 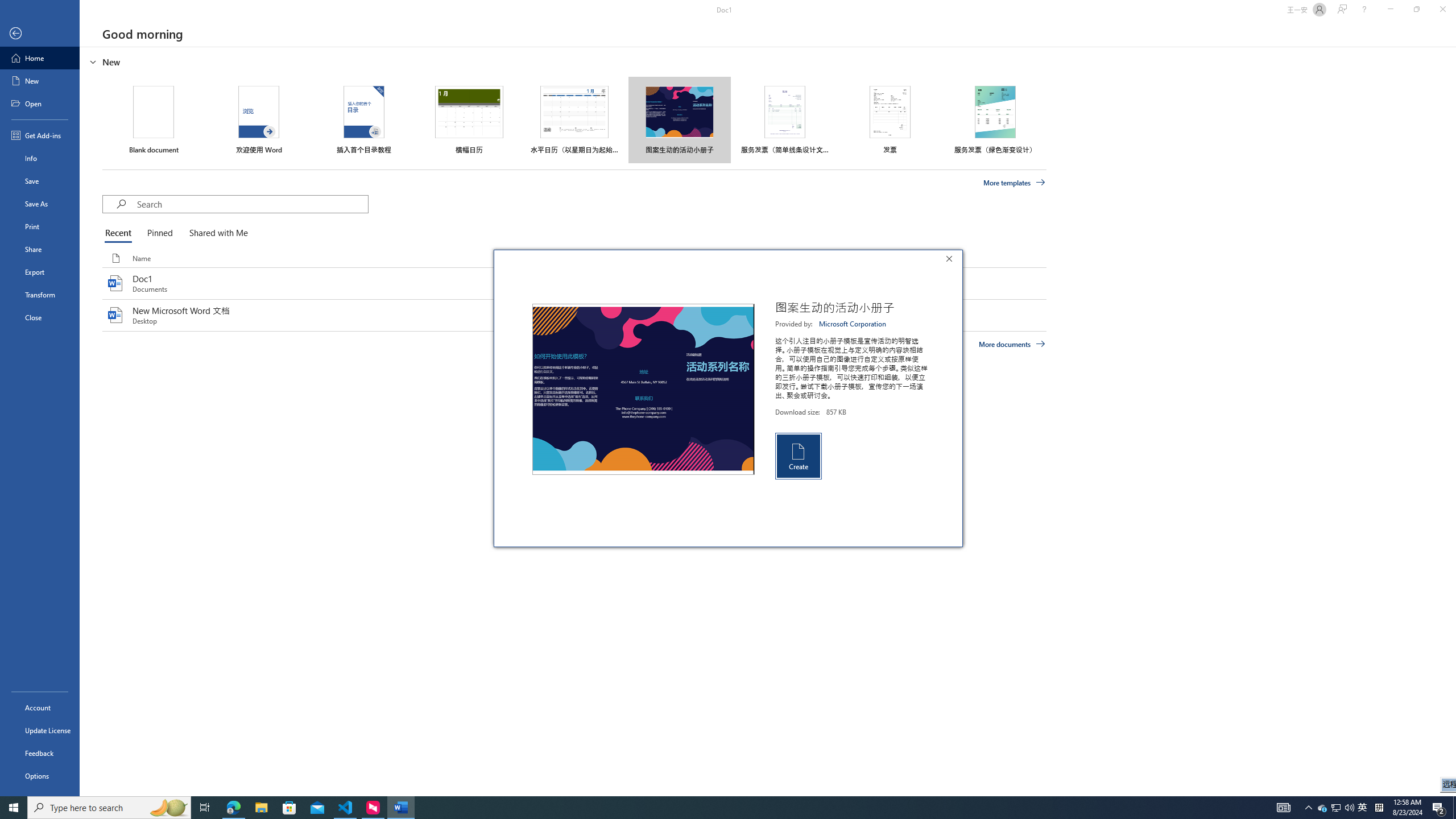 I want to click on 'Info', so click(x=39, y=157).